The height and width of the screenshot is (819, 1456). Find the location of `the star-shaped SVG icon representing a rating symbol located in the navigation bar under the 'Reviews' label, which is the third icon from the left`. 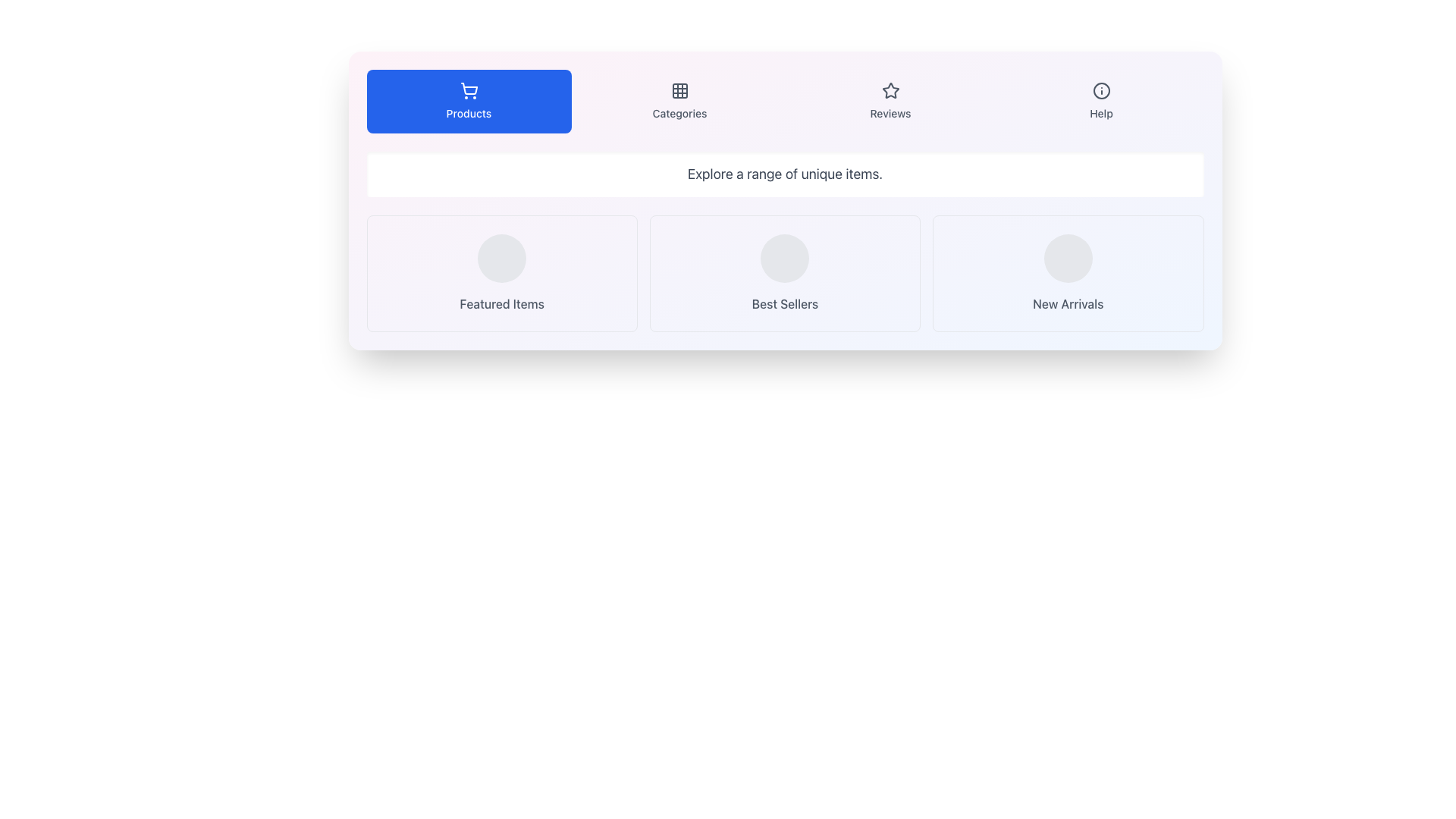

the star-shaped SVG icon representing a rating symbol located in the navigation bar under the 'Reviews' label, which is the third icon from the left is located at coordinates (890, 90).